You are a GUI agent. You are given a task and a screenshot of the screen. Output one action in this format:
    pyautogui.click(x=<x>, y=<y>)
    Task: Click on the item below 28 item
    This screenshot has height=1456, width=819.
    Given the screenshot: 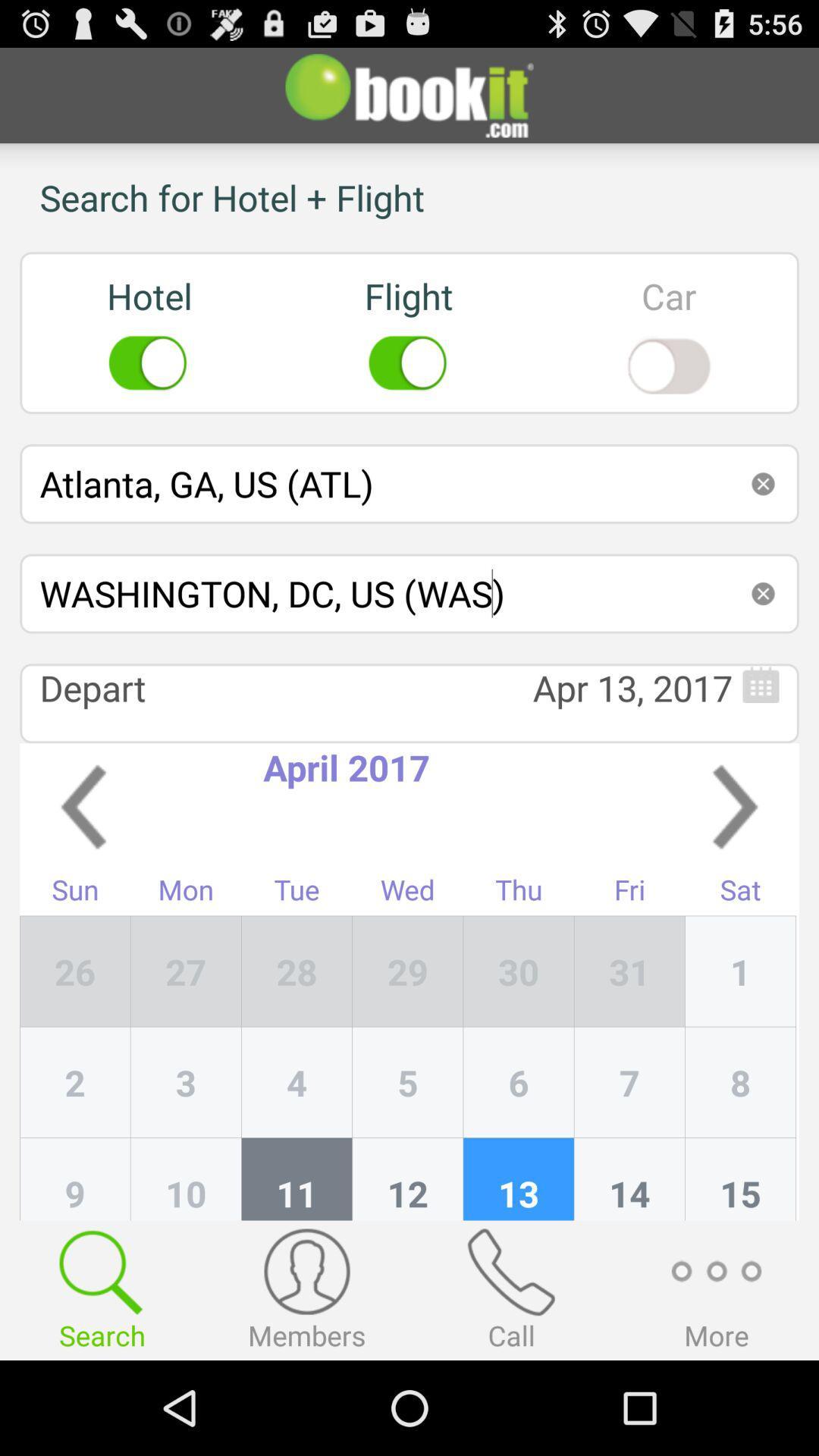 What is the action you would take?
    pyautogui.click(x=407, y=1081)
    